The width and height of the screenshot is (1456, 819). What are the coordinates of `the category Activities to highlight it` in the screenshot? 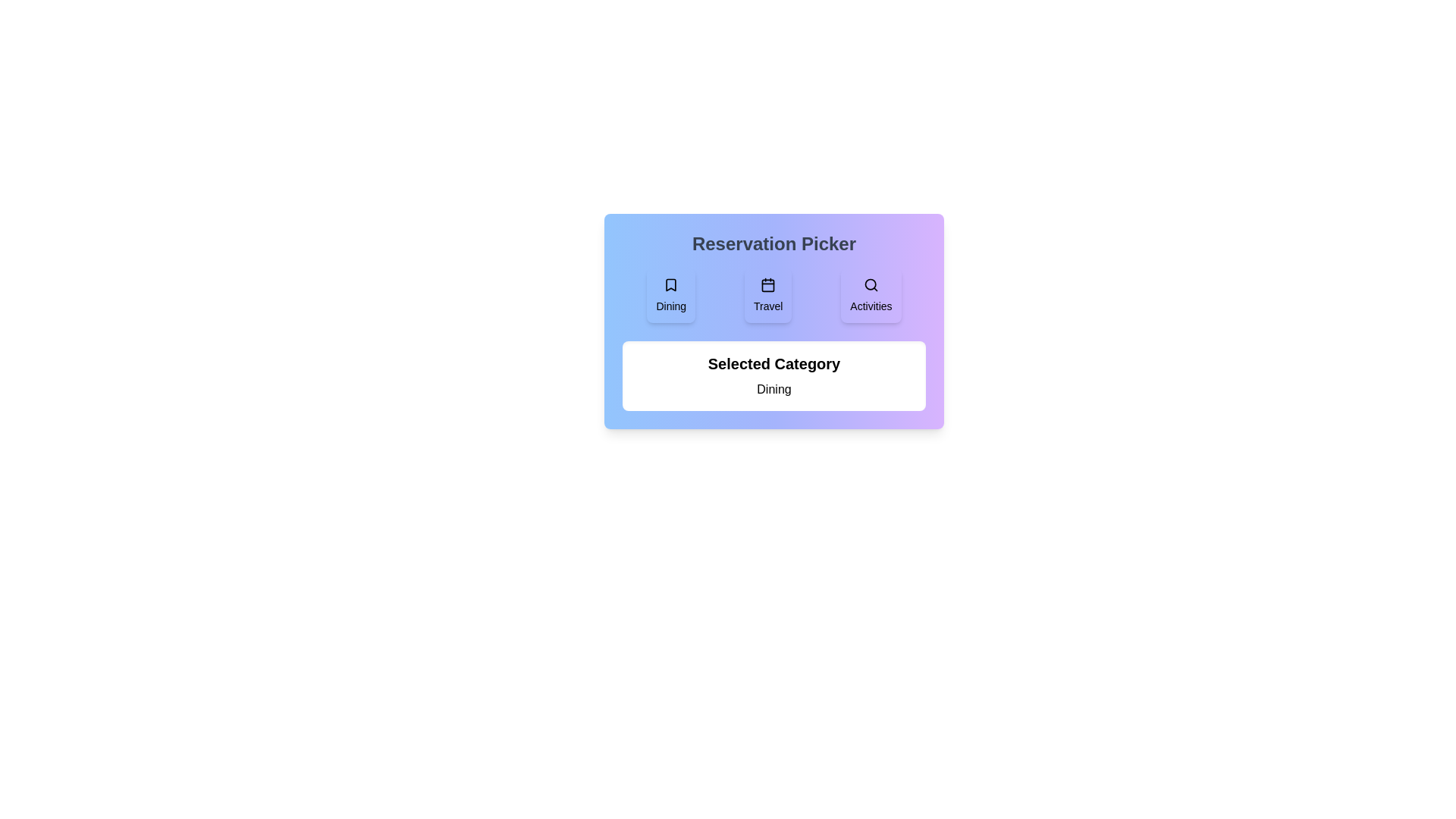 It's located at (871, 295).